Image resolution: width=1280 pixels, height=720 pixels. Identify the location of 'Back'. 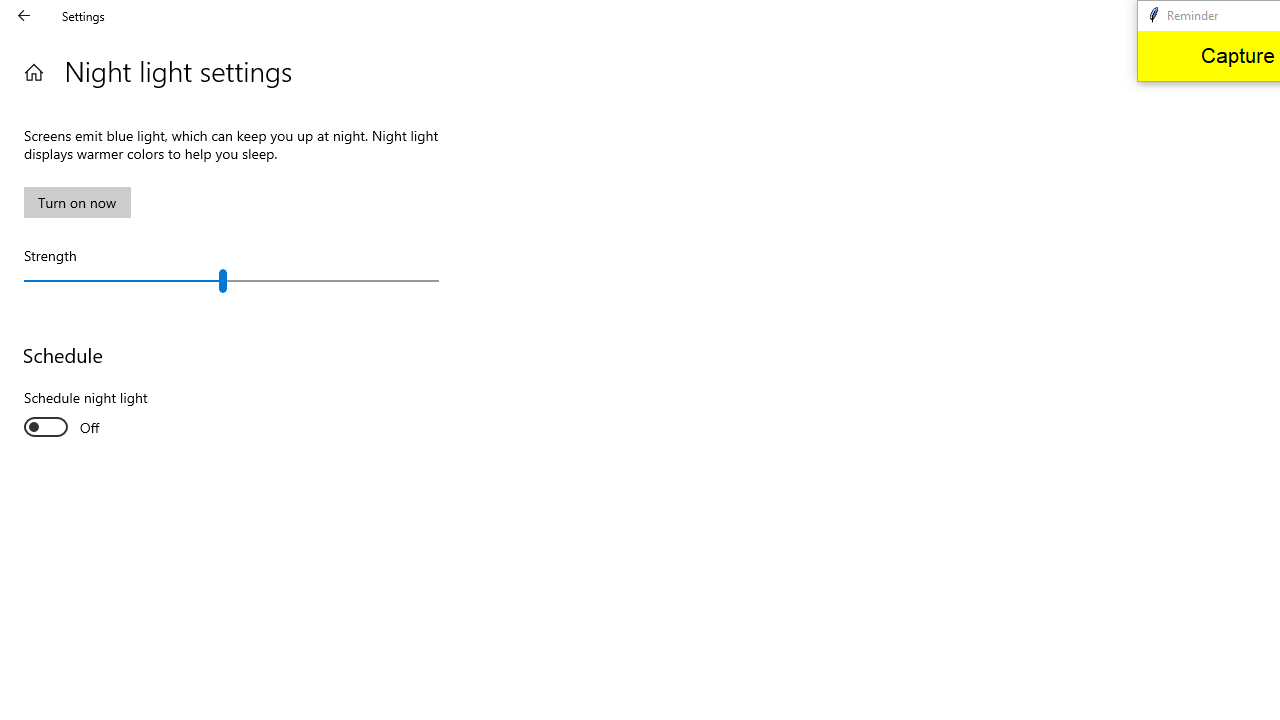
(24, 15).